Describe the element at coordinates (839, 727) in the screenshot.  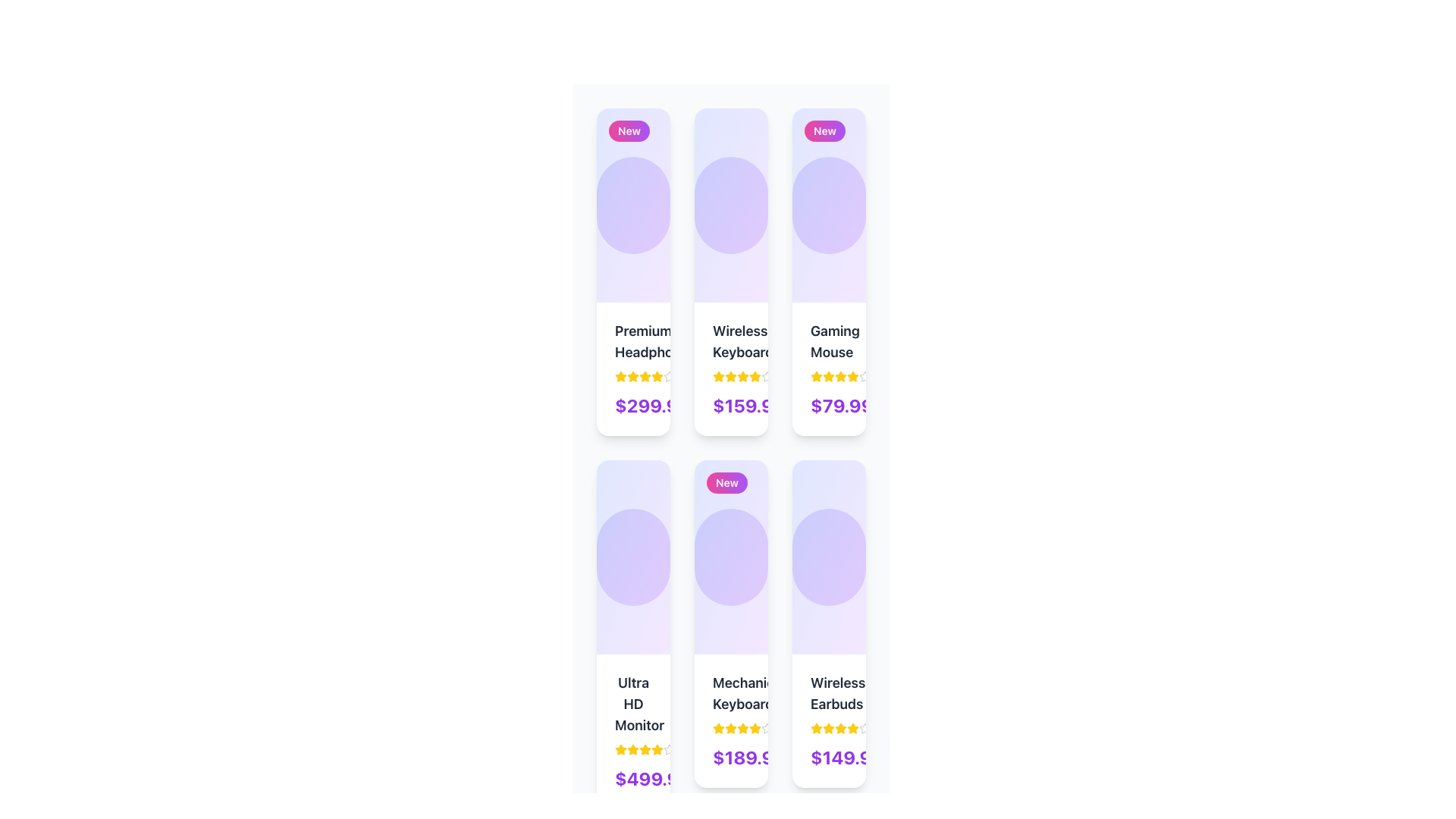
I see `the fourth yellow star in the star rating system below the 'Wireless Earbuds' product card` at that location.